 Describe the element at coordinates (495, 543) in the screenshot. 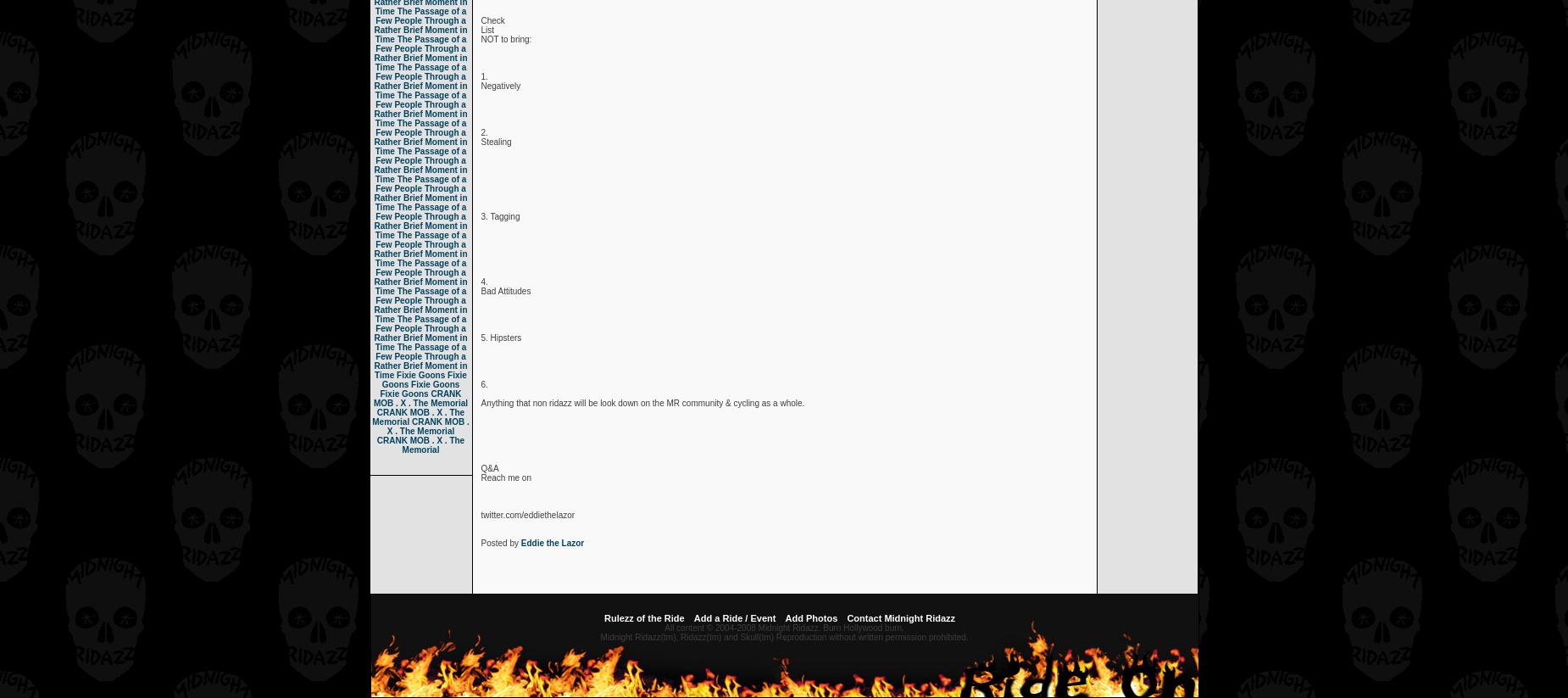

I see `'Posted'` at that location.